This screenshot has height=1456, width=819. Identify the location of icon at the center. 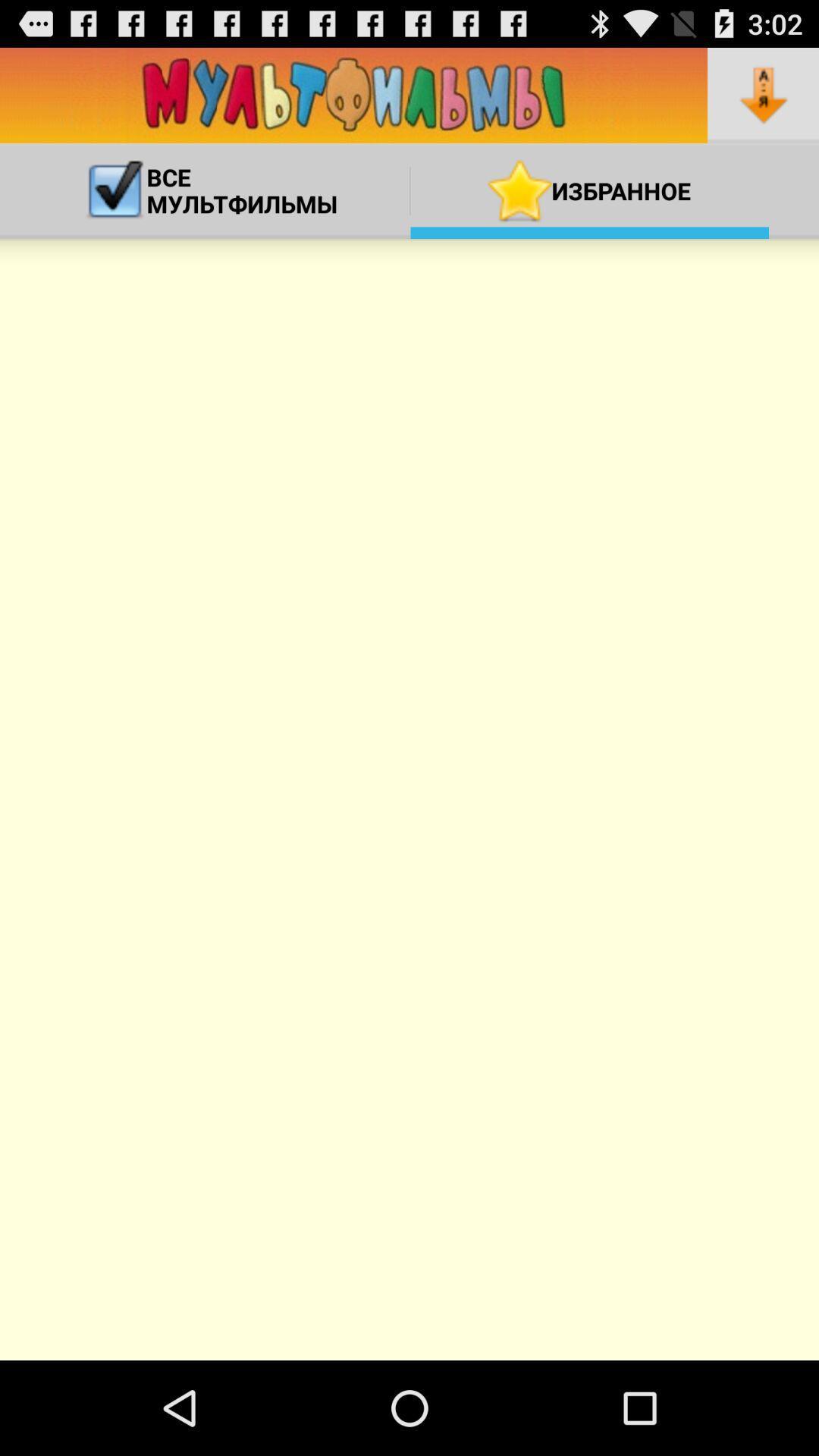
(409, 799).